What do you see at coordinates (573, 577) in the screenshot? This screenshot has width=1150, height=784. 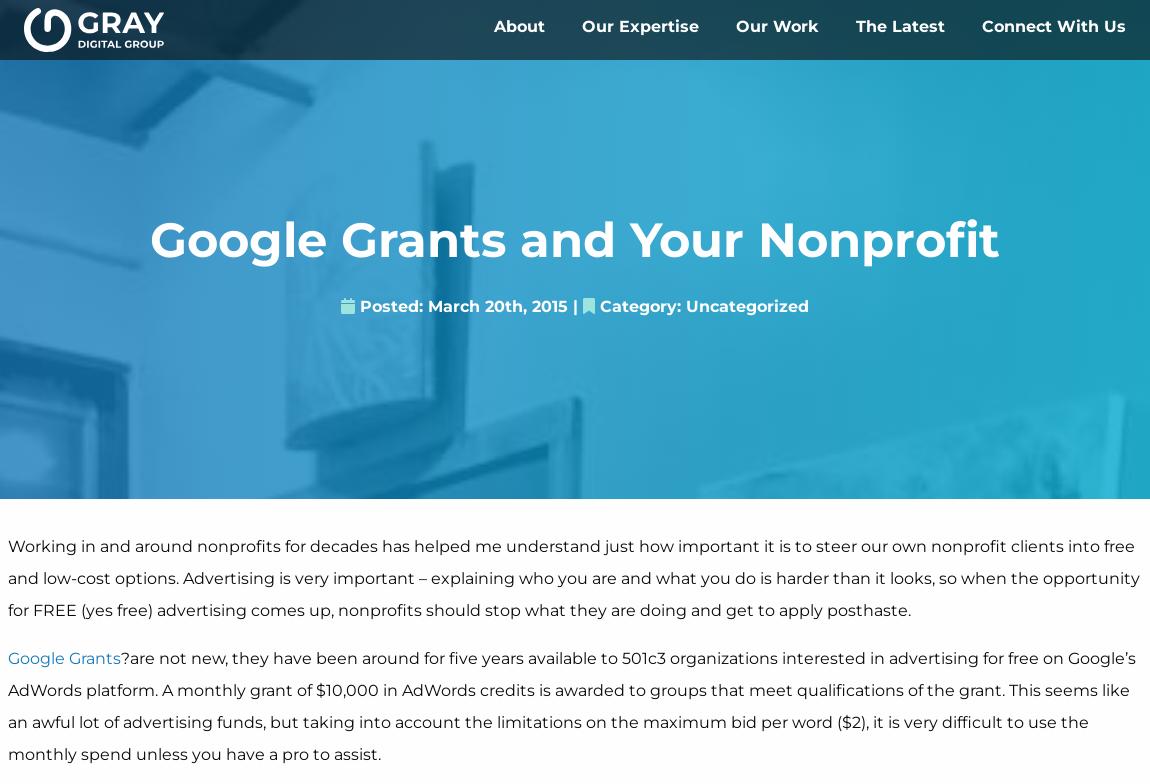 I see `'Working in and around nonprofits for decades has helped me understand just how important it is to steer our own nonprofit clients into free and low-cost options. Advertising is very important – explaining who you are and what you do is harder than it looks, so when the opportunity for FREE (yes free) advertising comes up, nonprofits should stop what they are doing and get to apply posthaste.'` at bounding box center [573, 577].